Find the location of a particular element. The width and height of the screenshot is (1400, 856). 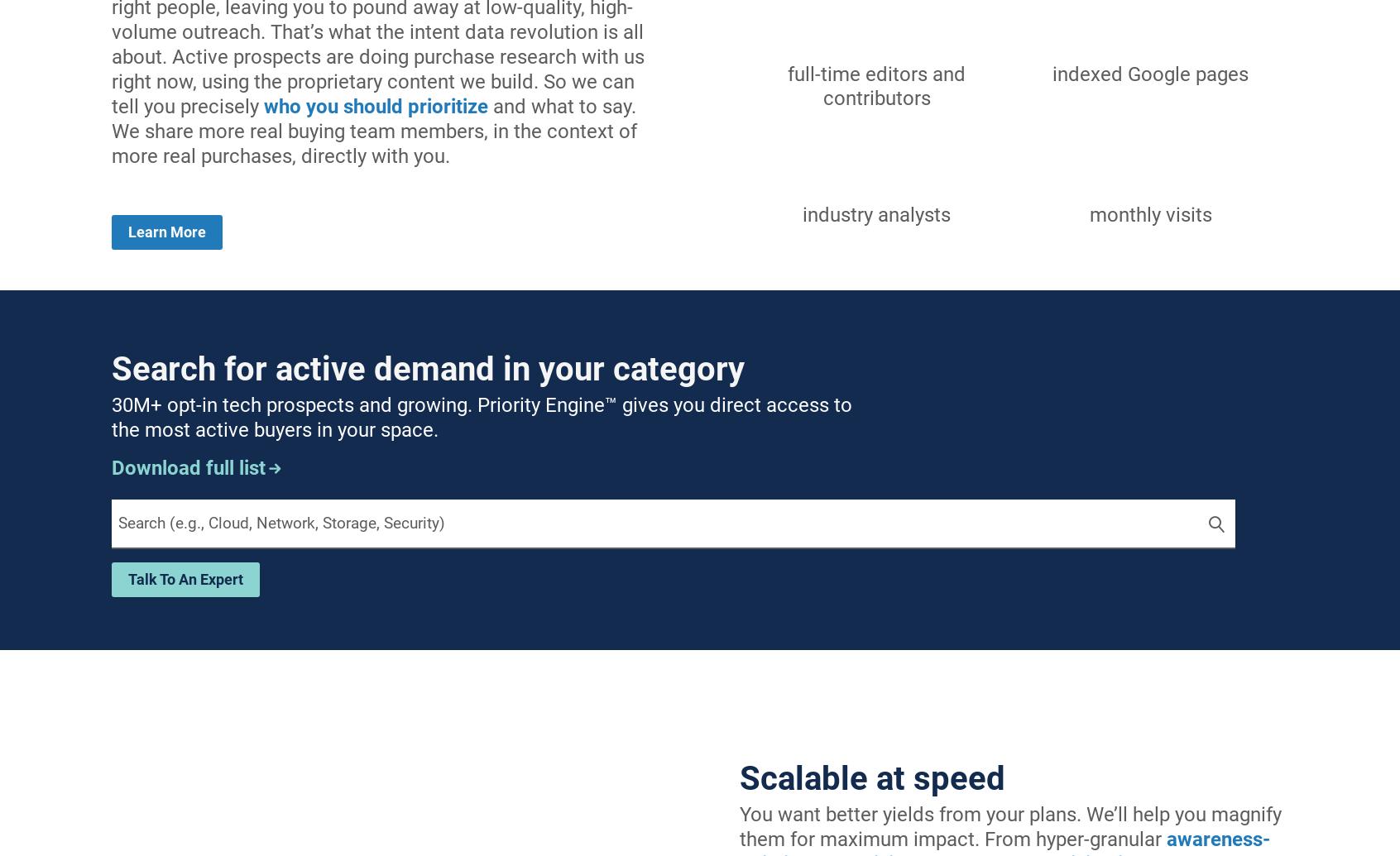

'Learn more' is located at coordinates (166, 231).